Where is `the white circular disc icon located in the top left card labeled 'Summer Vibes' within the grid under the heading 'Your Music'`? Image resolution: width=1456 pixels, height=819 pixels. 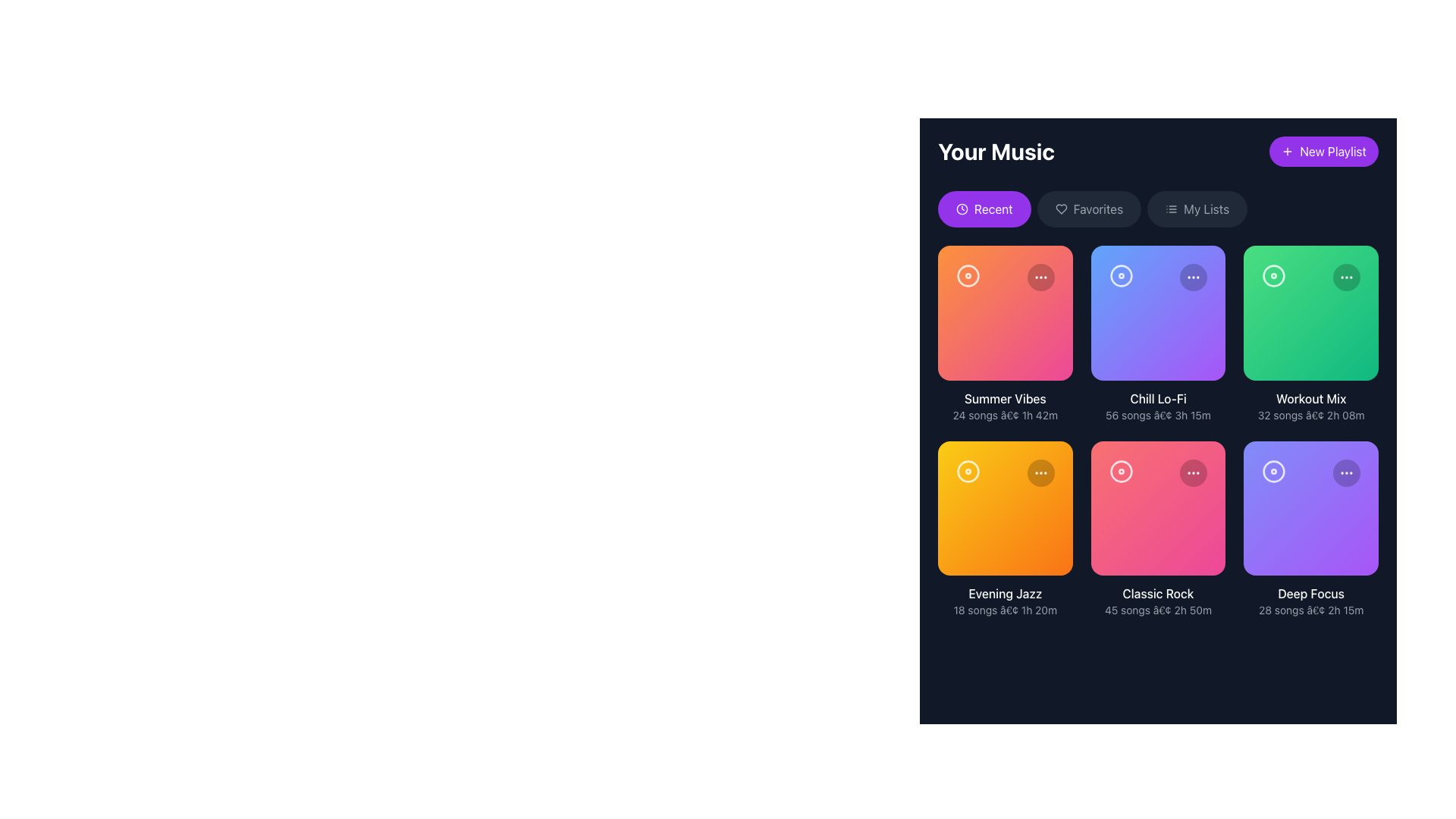
the white circular disc icon located in the top left card labeled 'Summer Vibes' within the grid under the heading 'Your Music' is located at coordinates (967, 275).